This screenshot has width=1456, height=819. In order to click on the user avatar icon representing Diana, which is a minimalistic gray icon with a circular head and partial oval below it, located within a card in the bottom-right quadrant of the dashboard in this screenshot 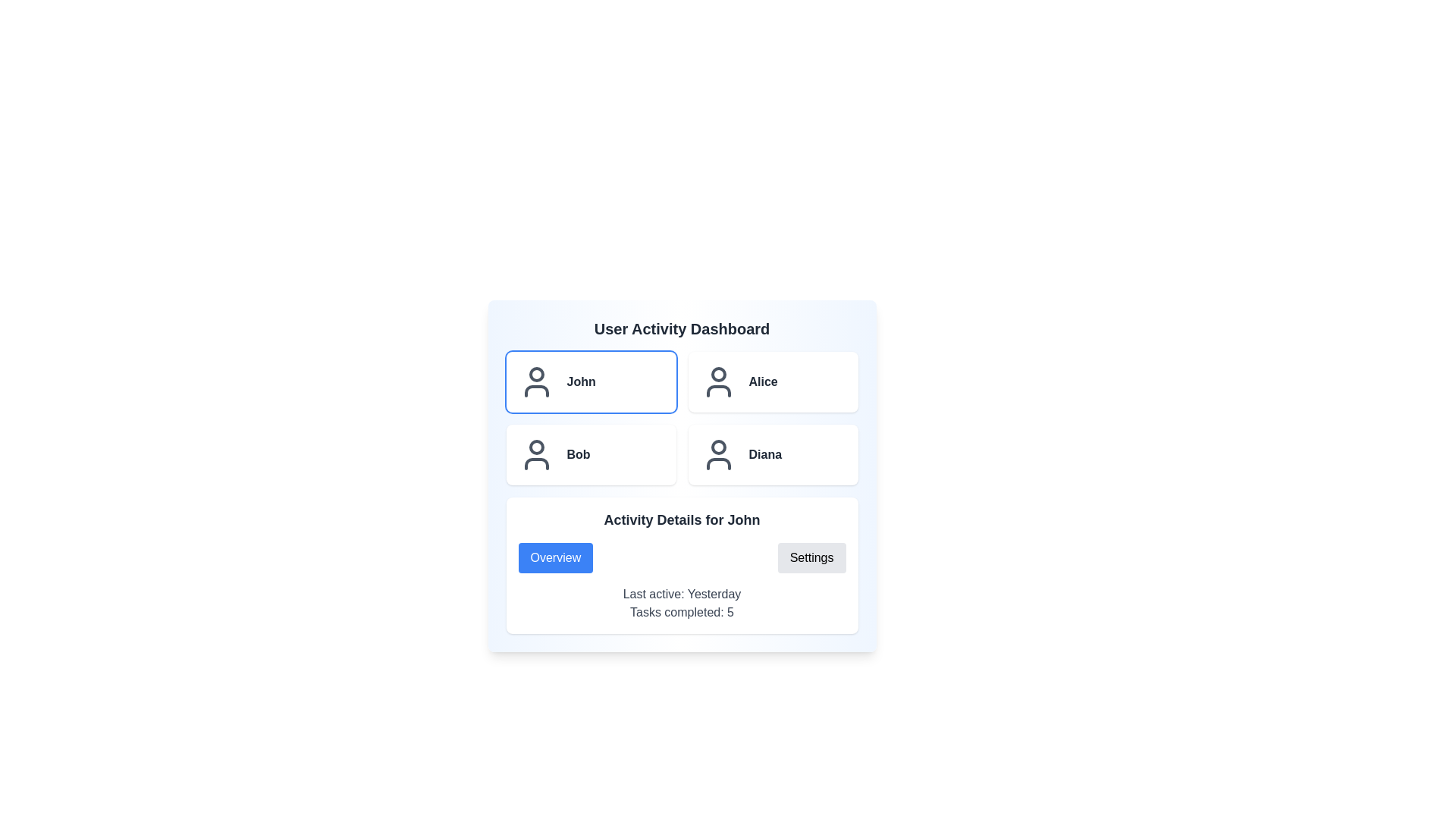, I will do `click(717, 454)`.